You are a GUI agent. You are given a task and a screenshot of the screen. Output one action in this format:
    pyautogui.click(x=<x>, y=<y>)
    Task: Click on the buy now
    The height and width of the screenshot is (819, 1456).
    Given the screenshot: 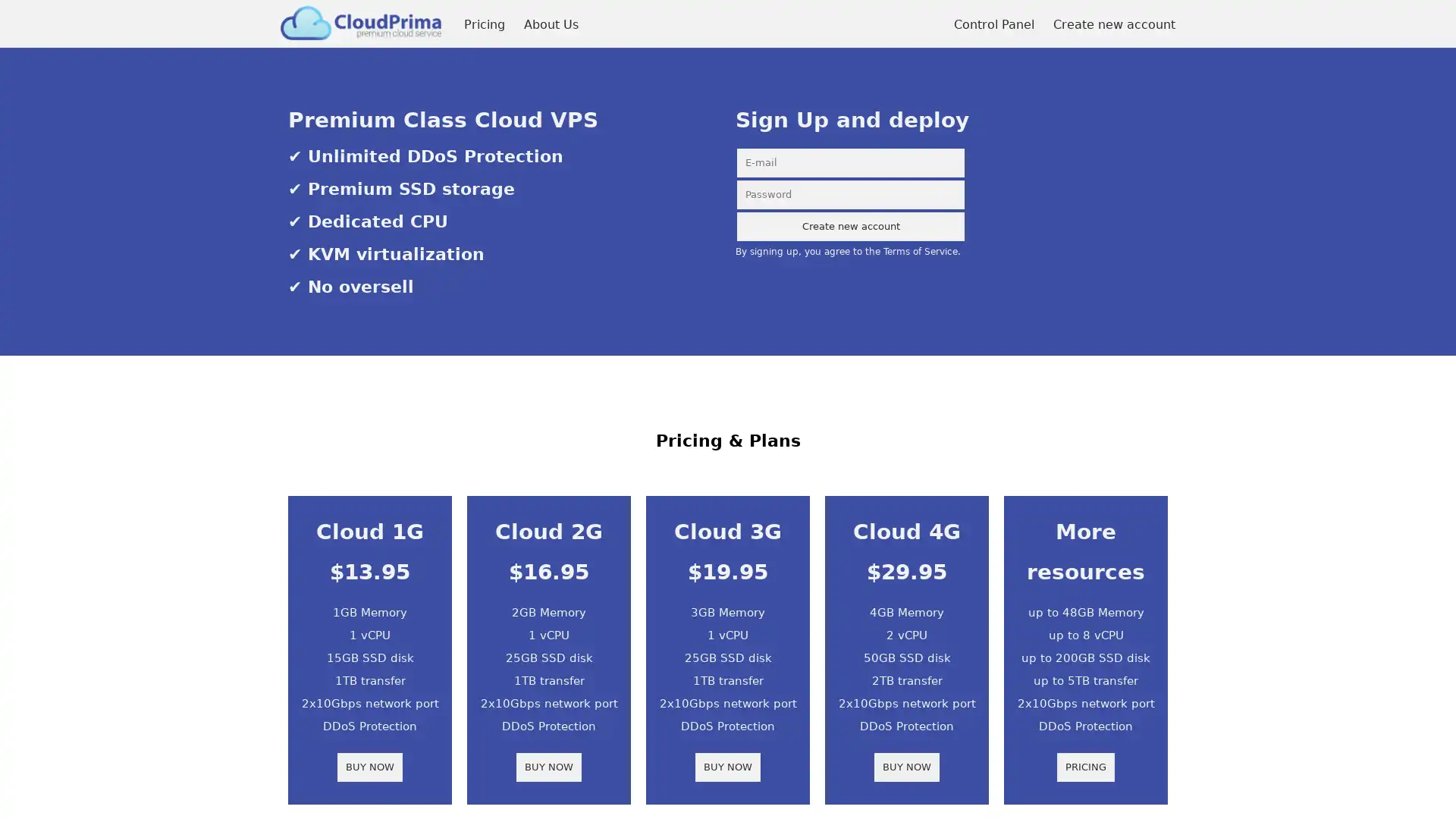 What is the action you would take?
    pyautogui.click(x=370, y=767)
    